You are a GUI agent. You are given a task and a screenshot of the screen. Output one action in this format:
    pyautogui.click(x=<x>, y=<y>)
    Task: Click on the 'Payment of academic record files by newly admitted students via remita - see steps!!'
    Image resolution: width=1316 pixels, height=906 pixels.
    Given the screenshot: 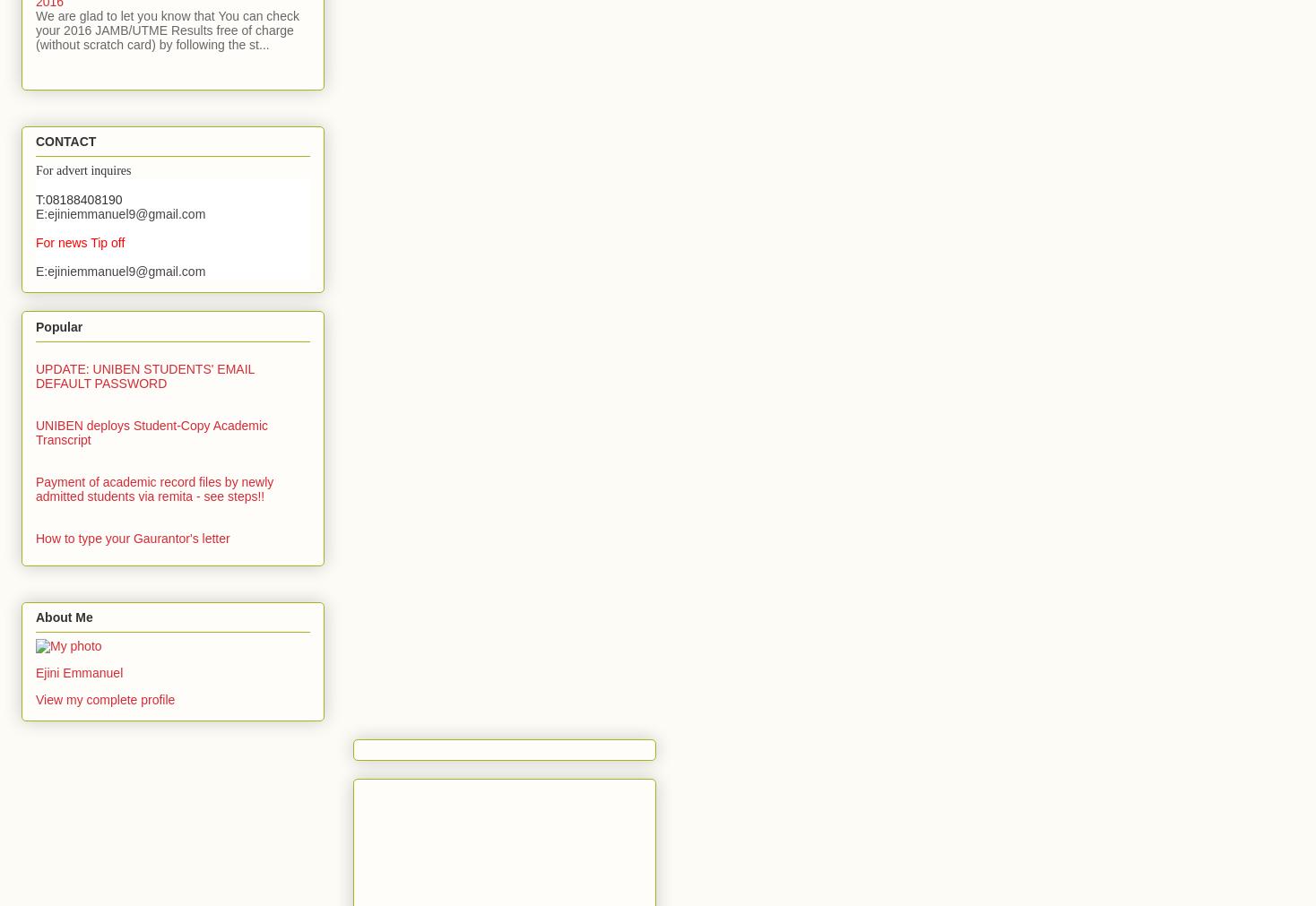 What is the action you would take?
    pyautogui.click(x=153, y=488)
    